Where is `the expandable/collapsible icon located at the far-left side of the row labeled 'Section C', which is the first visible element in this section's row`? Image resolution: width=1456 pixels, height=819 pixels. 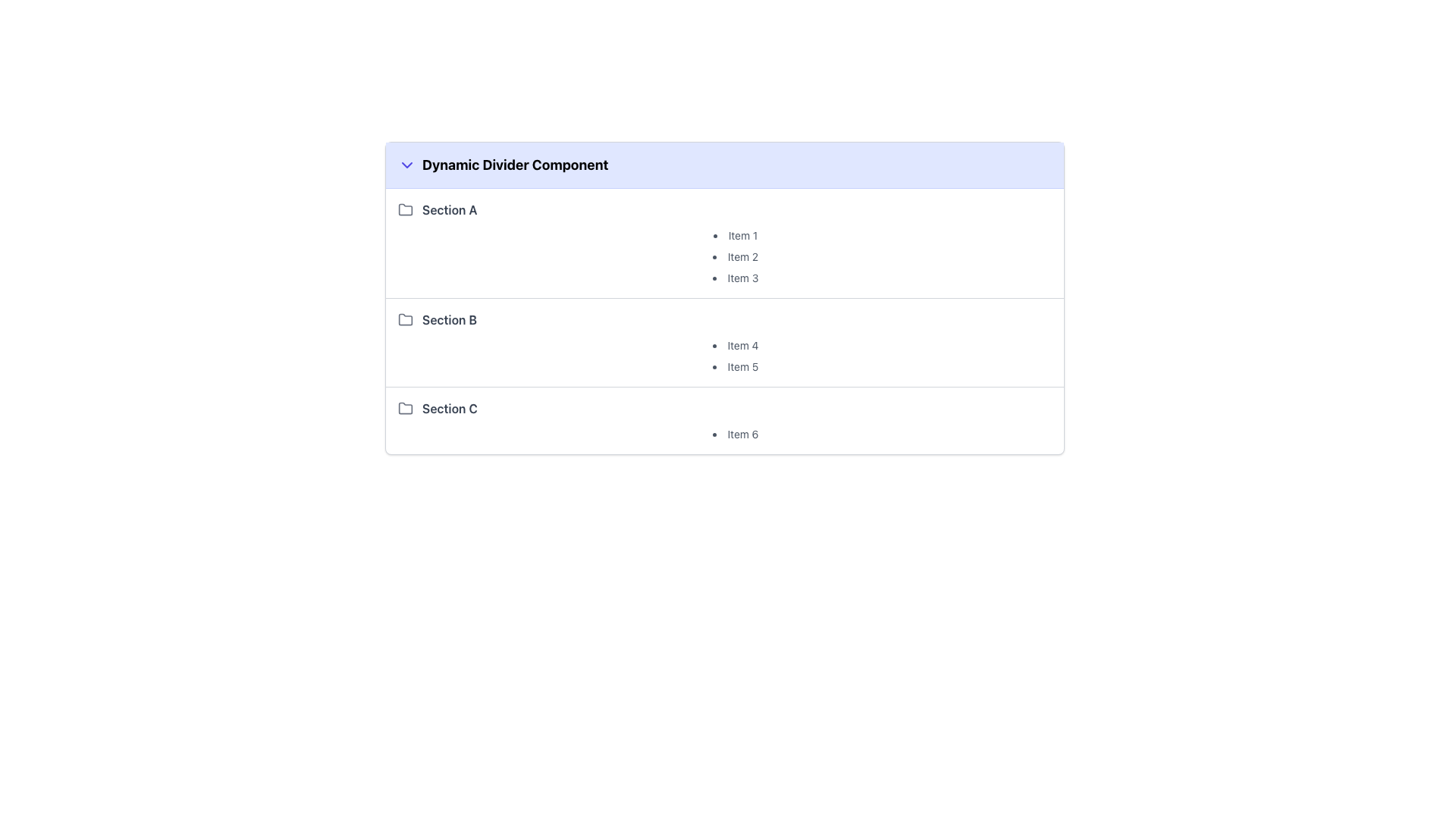
the expandable/collapsible icon located at the far-left side of the row labeled 'Section C', which is the first visible element in this section's row is located at coordinates (405, 408).